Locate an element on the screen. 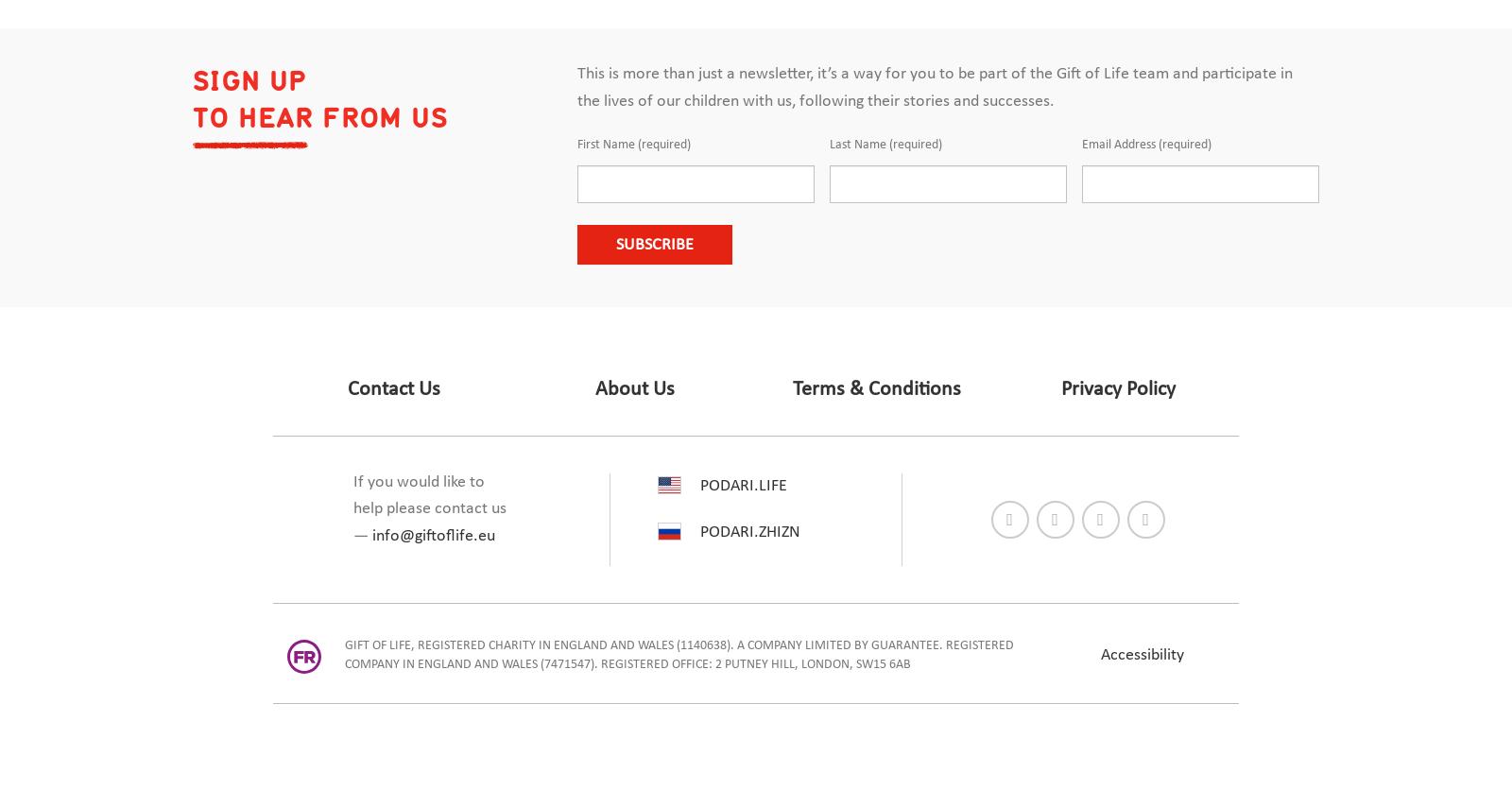  'Terms & Conditions' is located at coordinates (875, 388).